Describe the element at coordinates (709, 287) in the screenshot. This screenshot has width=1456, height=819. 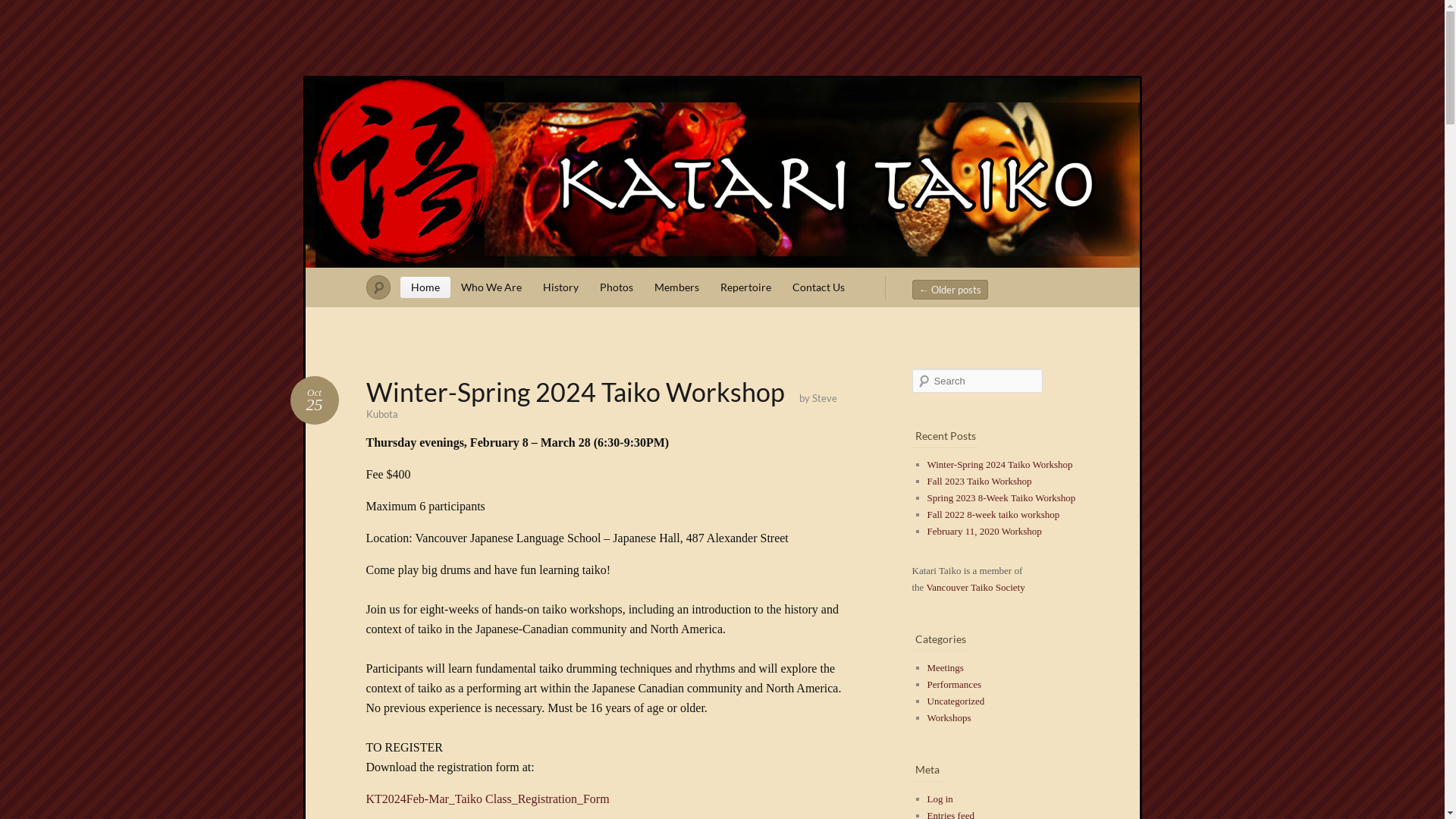
I see `'Repertoire'` at that location.